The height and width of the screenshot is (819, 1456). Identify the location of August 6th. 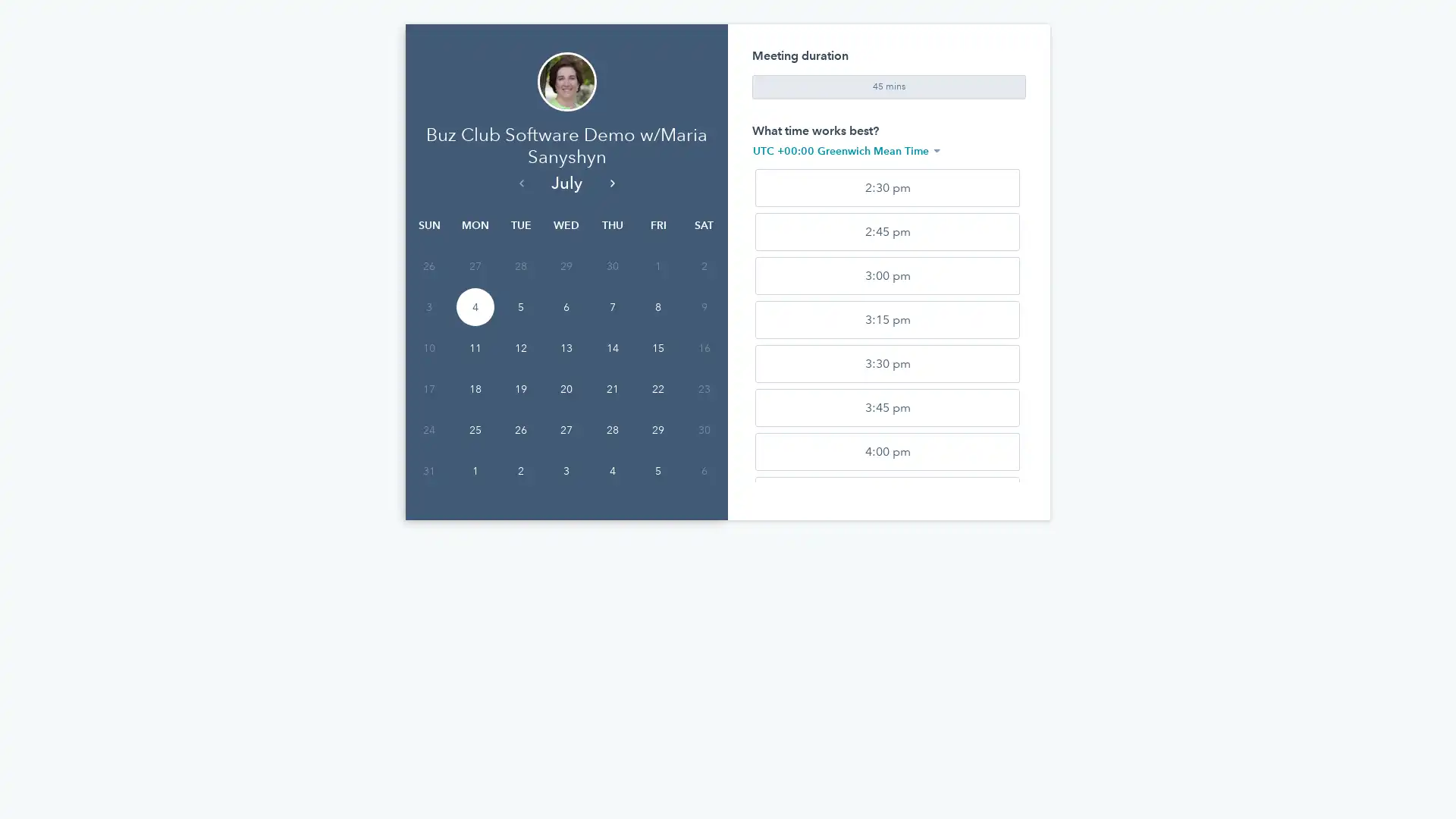
(702, 528).